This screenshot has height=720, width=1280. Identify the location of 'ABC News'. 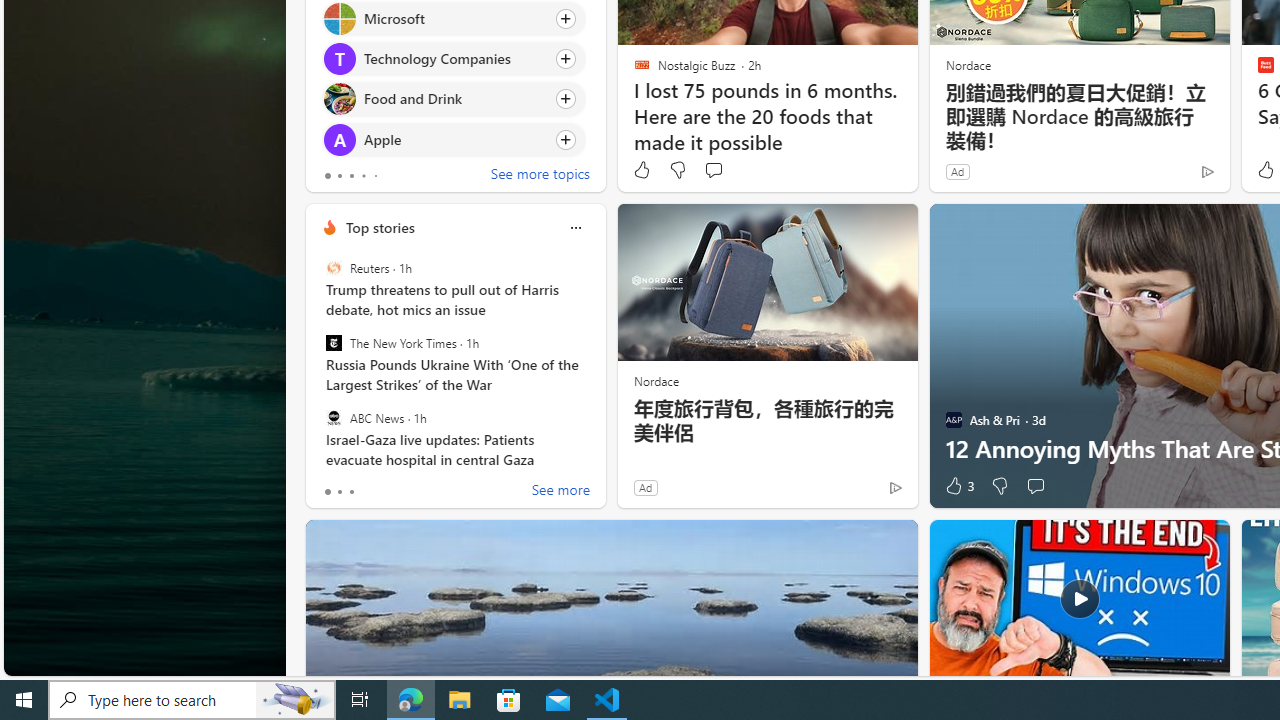
(333, 416).